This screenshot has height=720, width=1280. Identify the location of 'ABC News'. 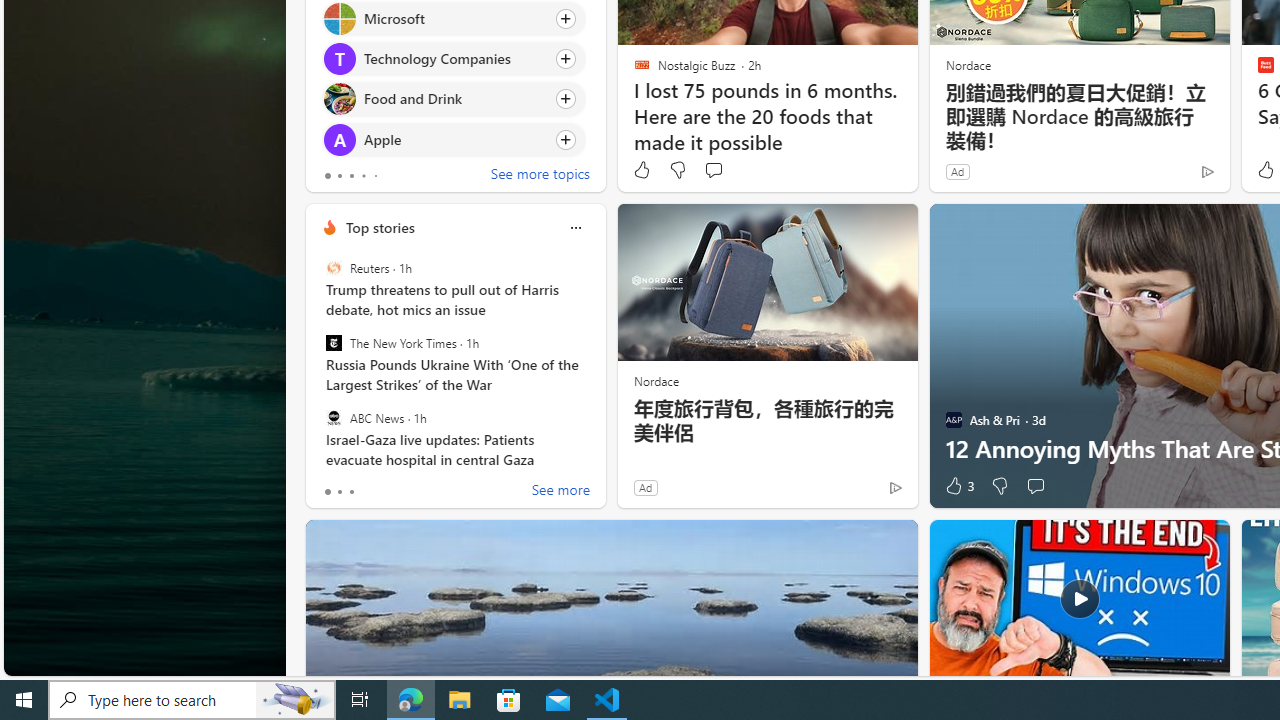
(333, 416).